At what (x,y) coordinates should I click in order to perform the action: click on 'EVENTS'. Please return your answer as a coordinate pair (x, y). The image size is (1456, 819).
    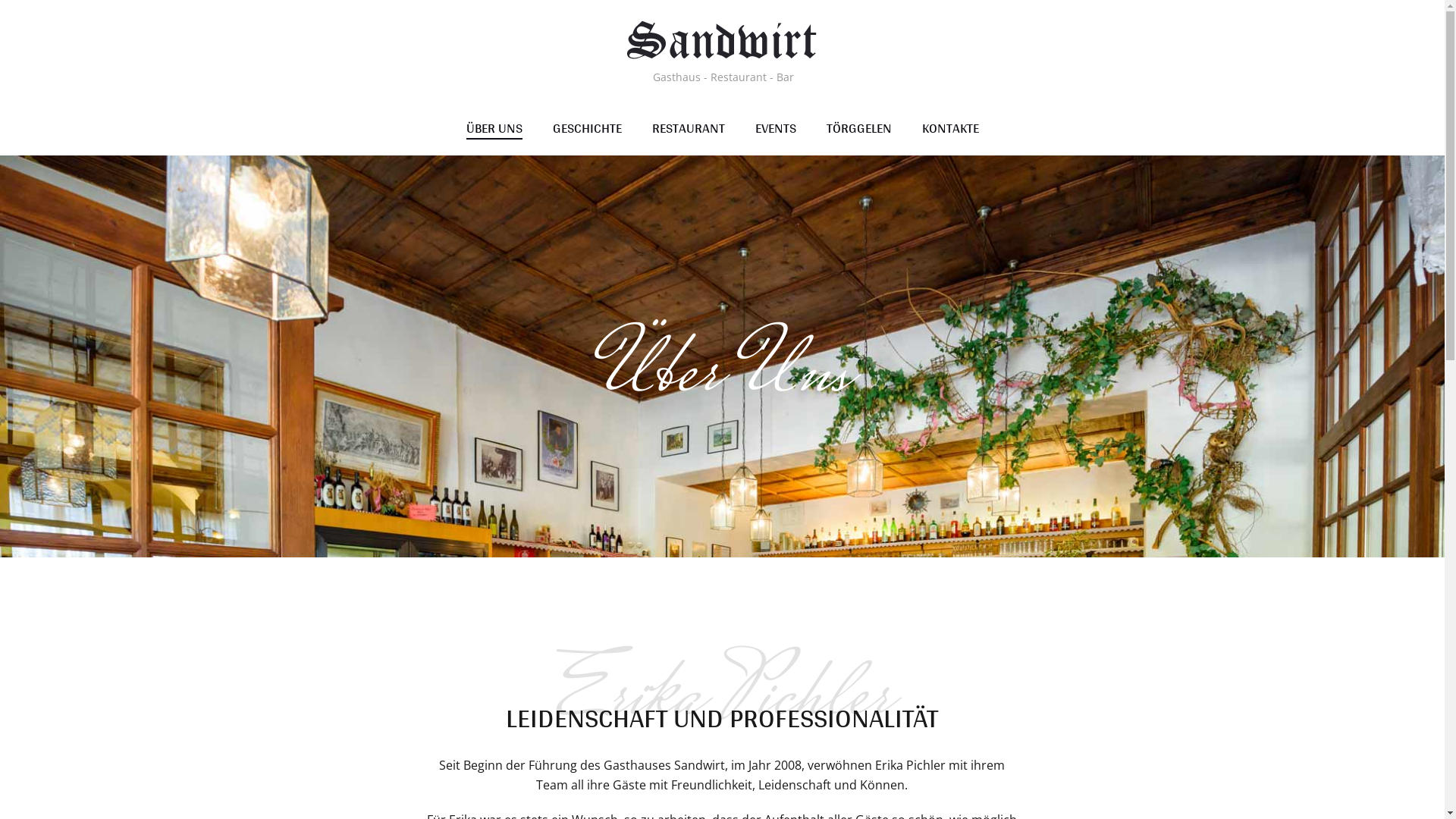
    Looking at the image, I should click on (775, 127).